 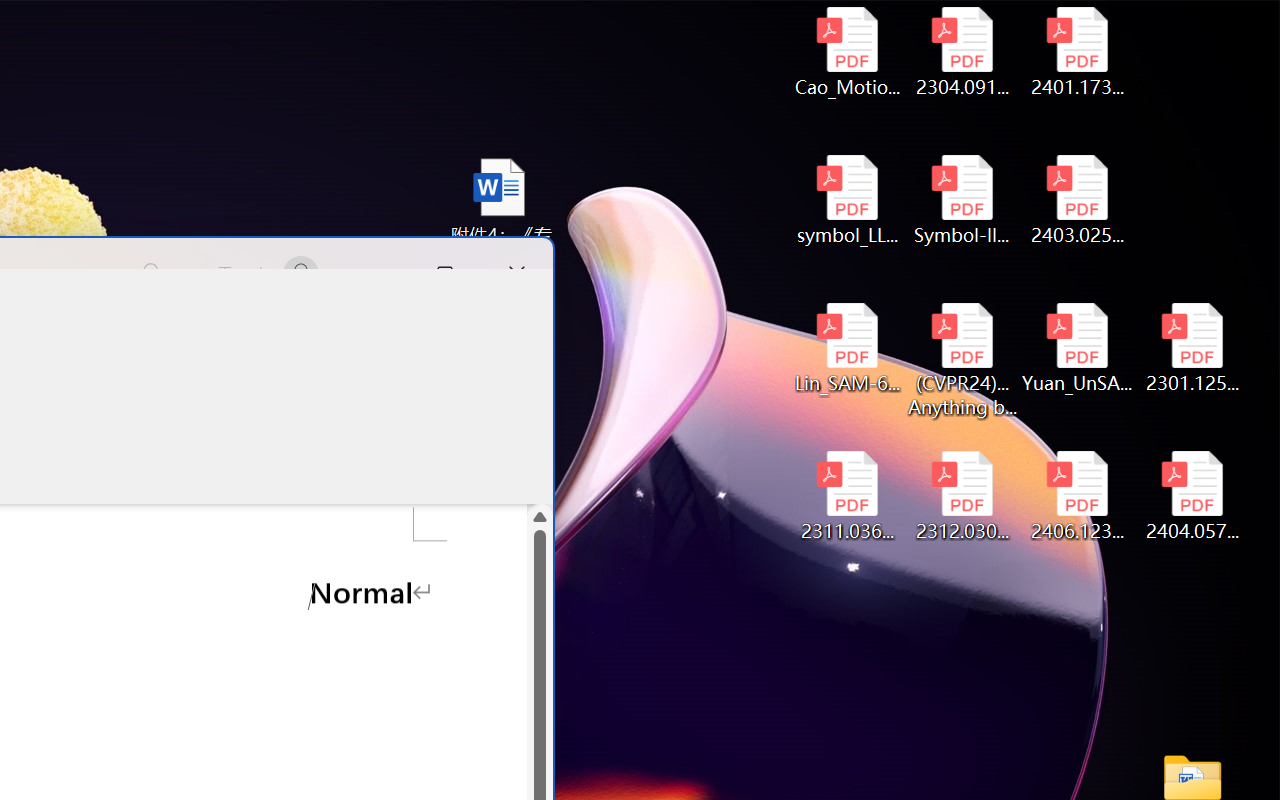 What do you see at coordinates (962, 200) in the screenshot?
I see `'Symbol-llm-v2.pdf'` at bounding box center [962, 200].